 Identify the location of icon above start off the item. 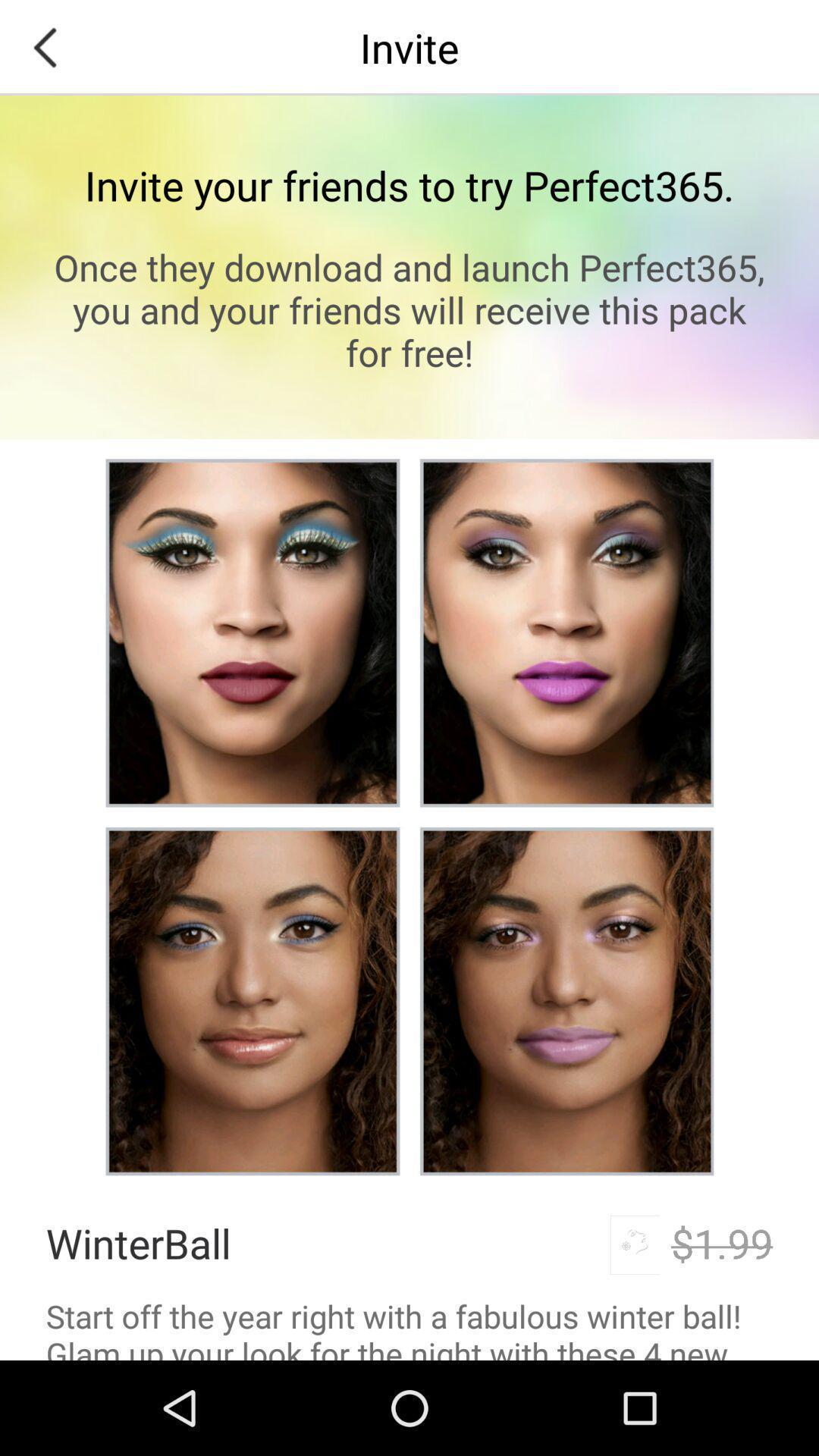
(138, 1243).